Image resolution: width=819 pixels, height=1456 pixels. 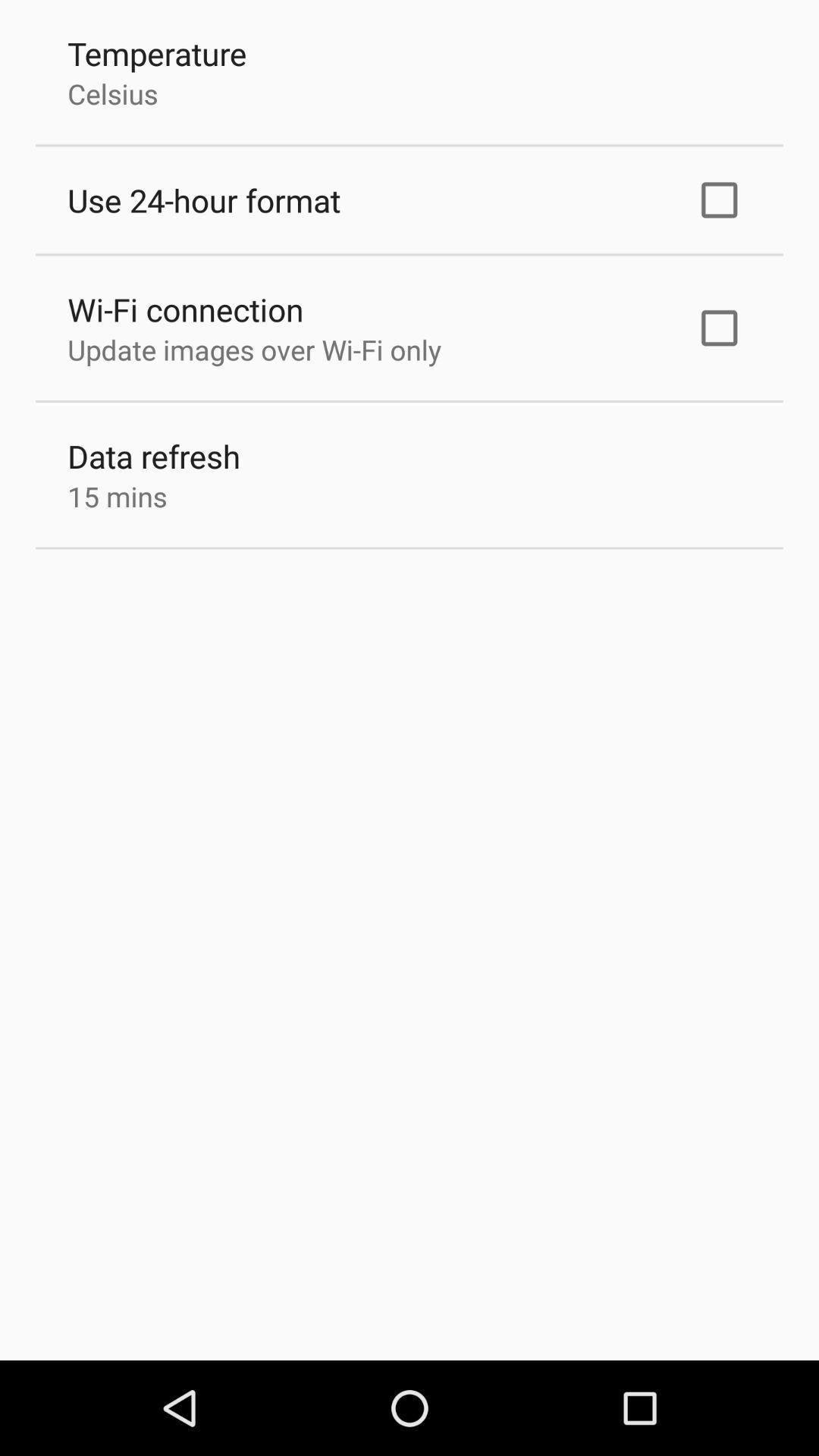 I want to click on the data refresh, so click(x=154, y=455).